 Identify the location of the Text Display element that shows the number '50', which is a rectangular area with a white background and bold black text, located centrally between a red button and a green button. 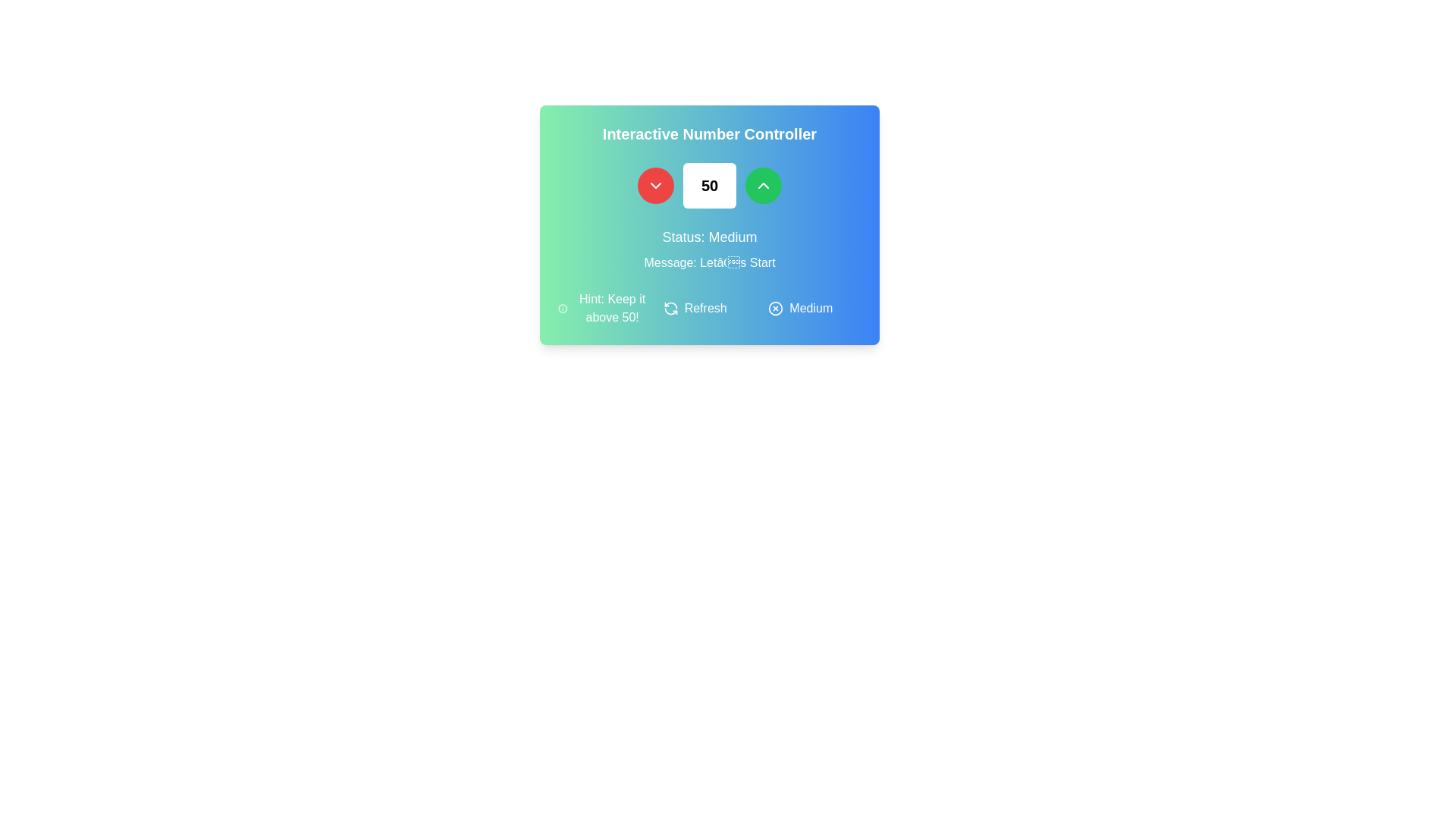
(709, 185).